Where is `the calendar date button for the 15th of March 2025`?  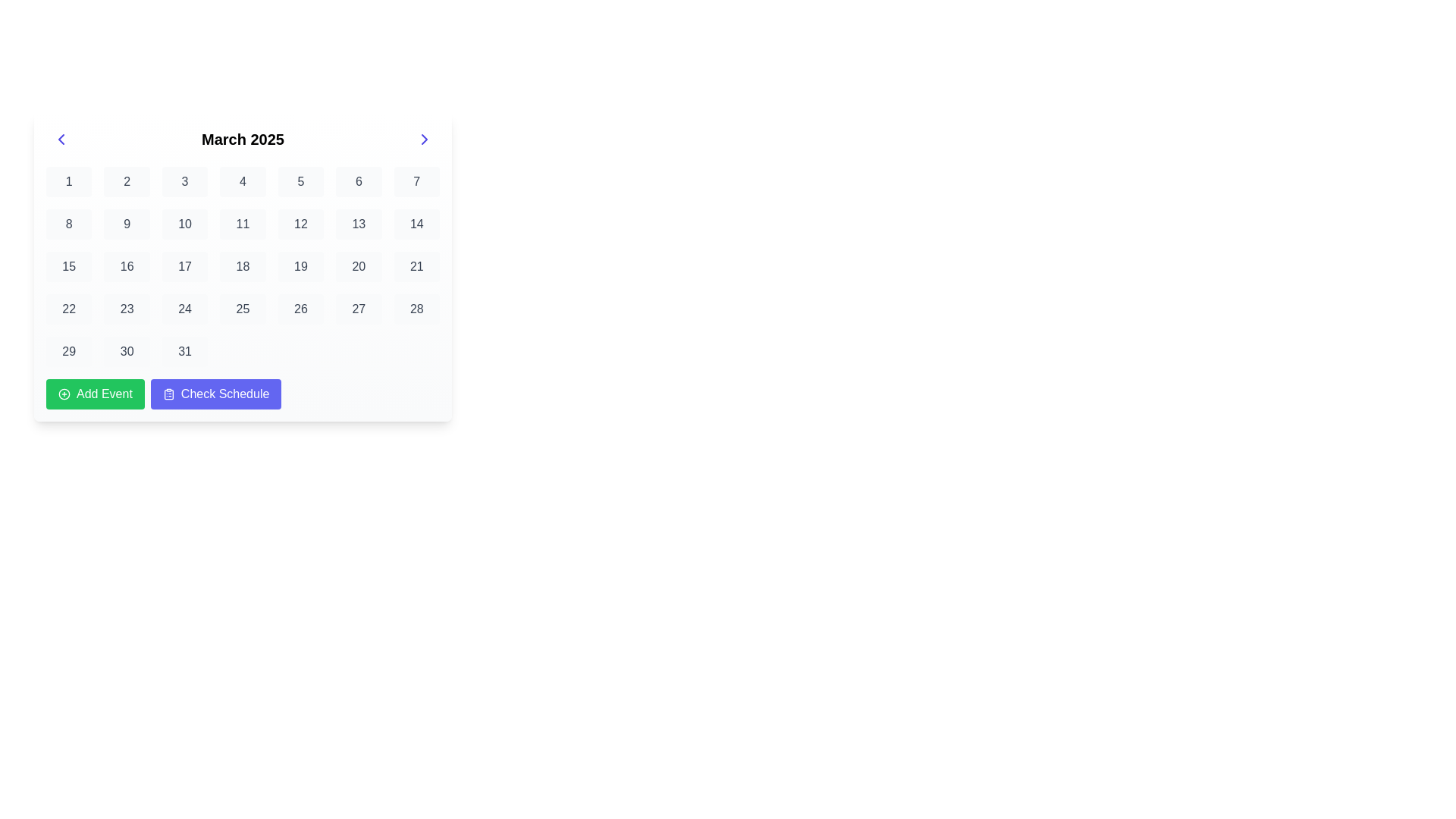 the calendar date button for the 15th of March 2025 is located at coordinates (68, 265).